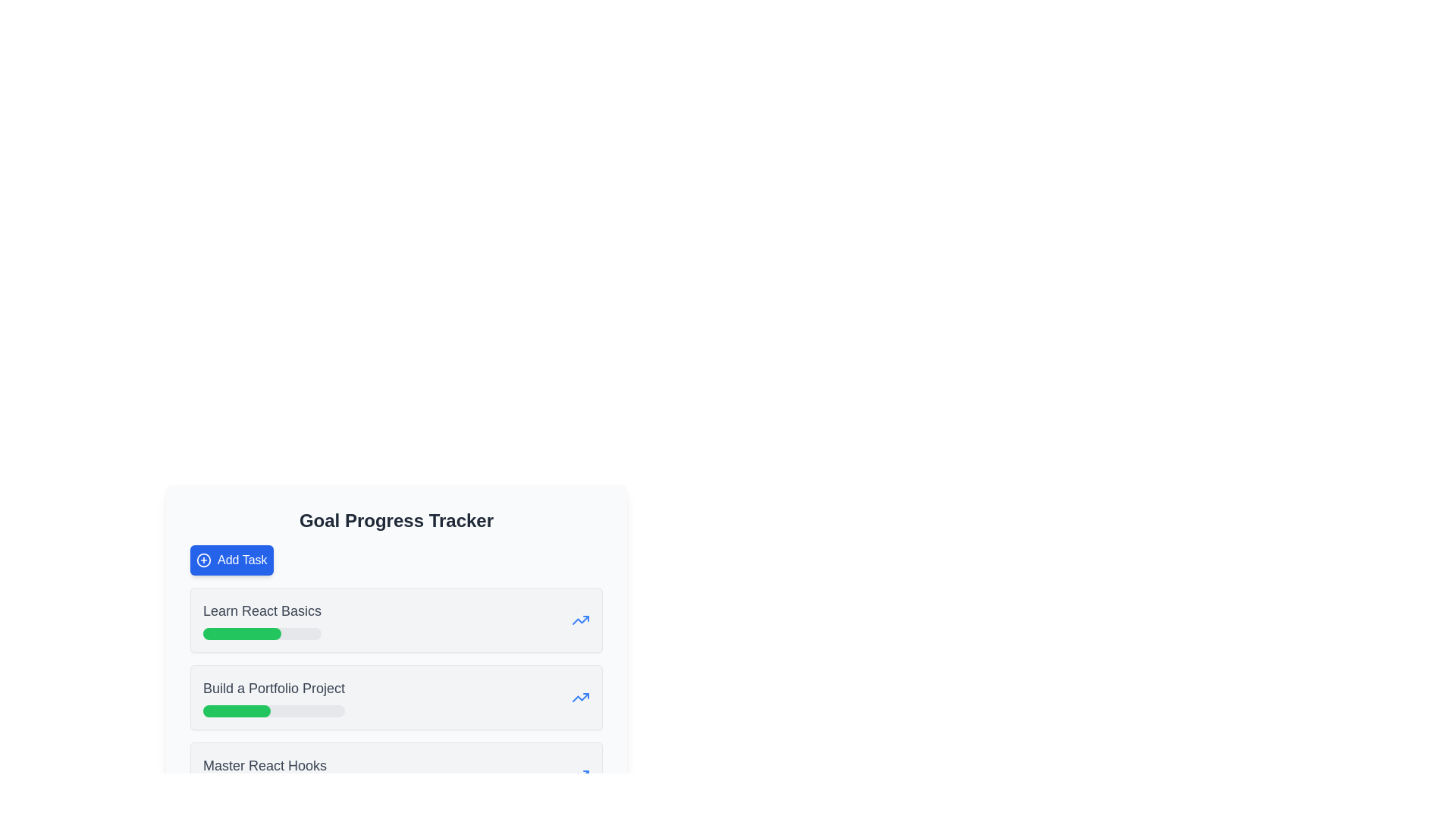 The height and width of the screenshot is (819, 1456). What do you see at coordinates (580, 620) in the screenshot?
I see `the left component of the SVG arrow icon representing upward progression, located next to the 'Build a Portfolio Project' text in the progress tracker interface` at bounding box center [580, 620].